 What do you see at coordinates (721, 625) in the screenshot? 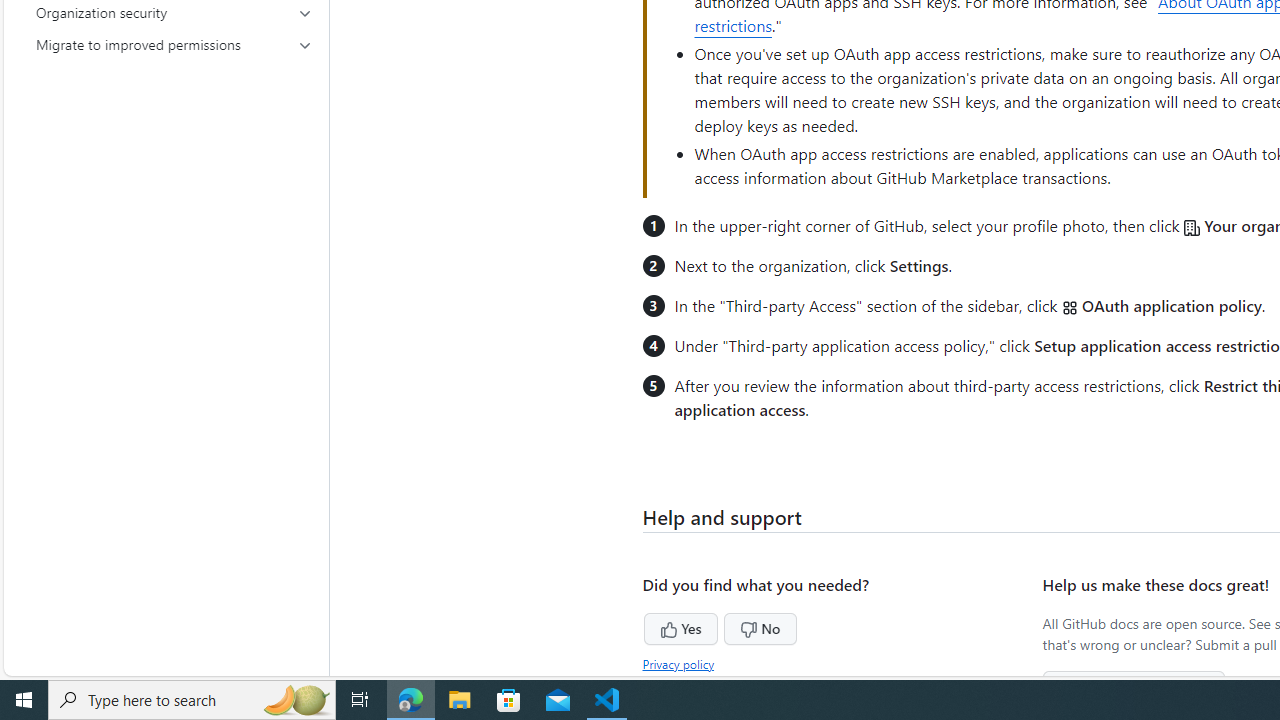
I see `'No'` at bounding box center [721, 625].